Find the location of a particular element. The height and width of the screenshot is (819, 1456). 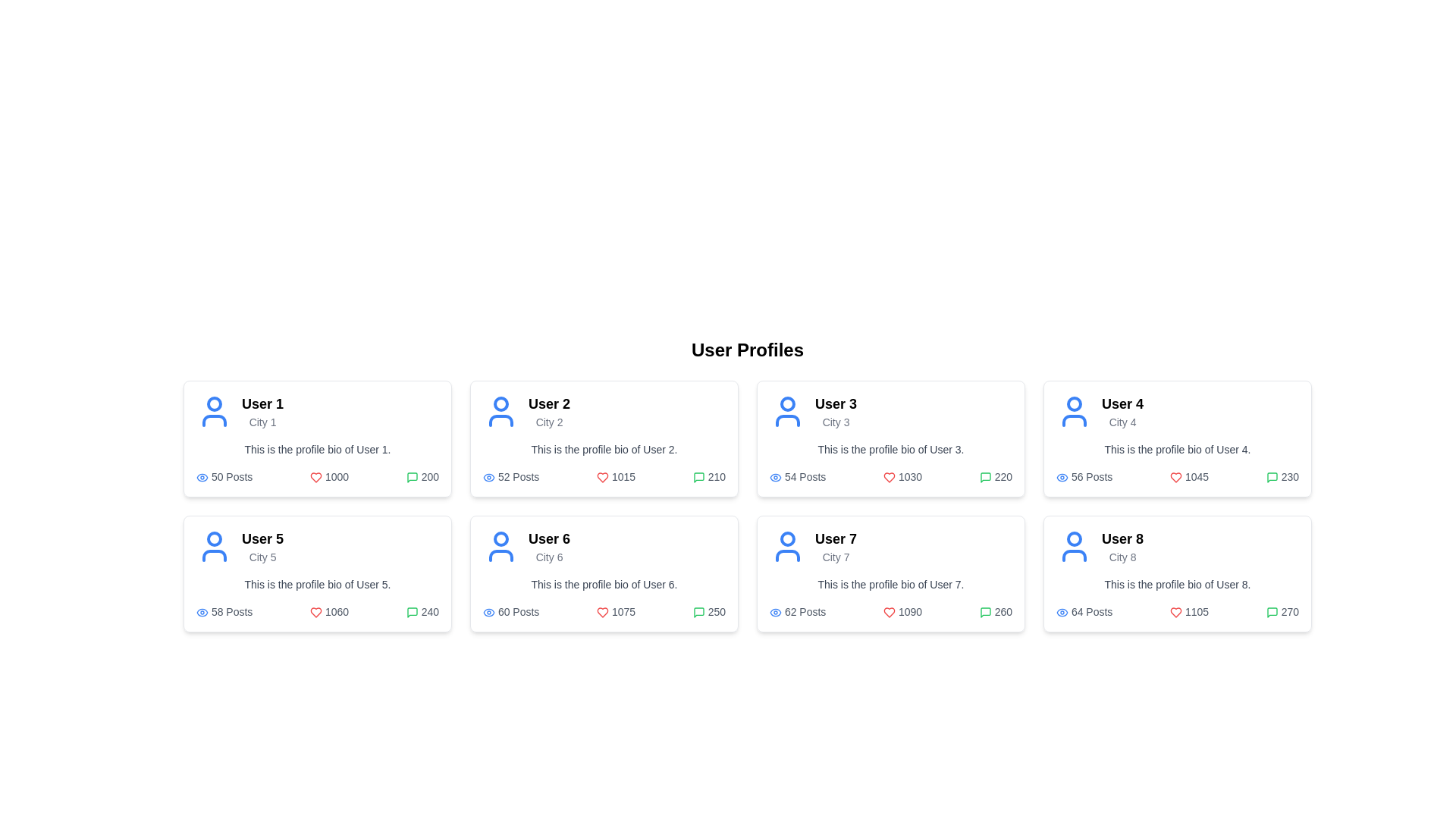

the bio text for 'User 1' located in the user profile card, which is the third text element from the top, situated below the user's name and city information is located at coordinates (316, 449).